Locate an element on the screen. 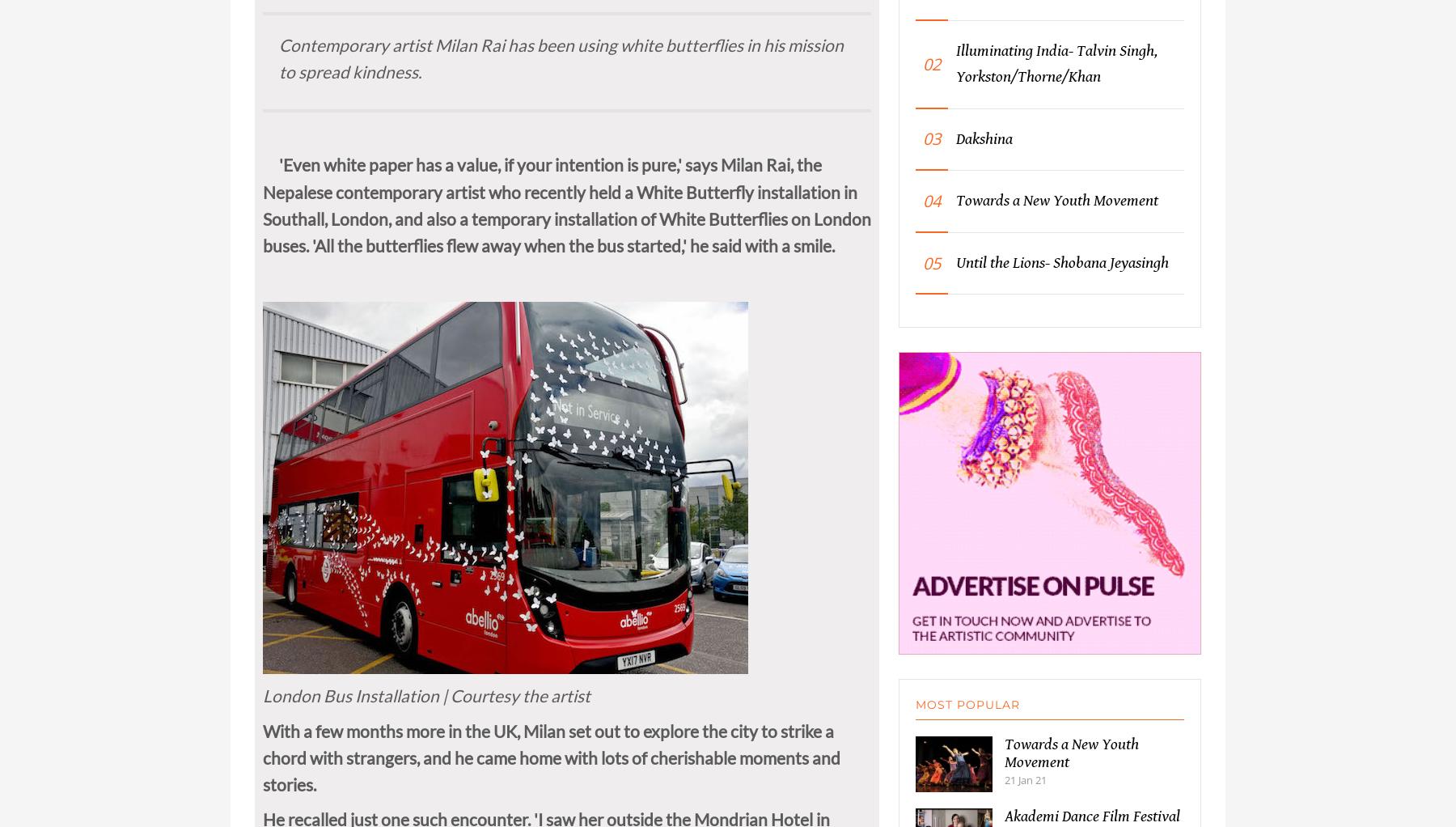 The width and height of the screenshot is (1456, 827). 'Comments' is located at coordinates (352, 8).